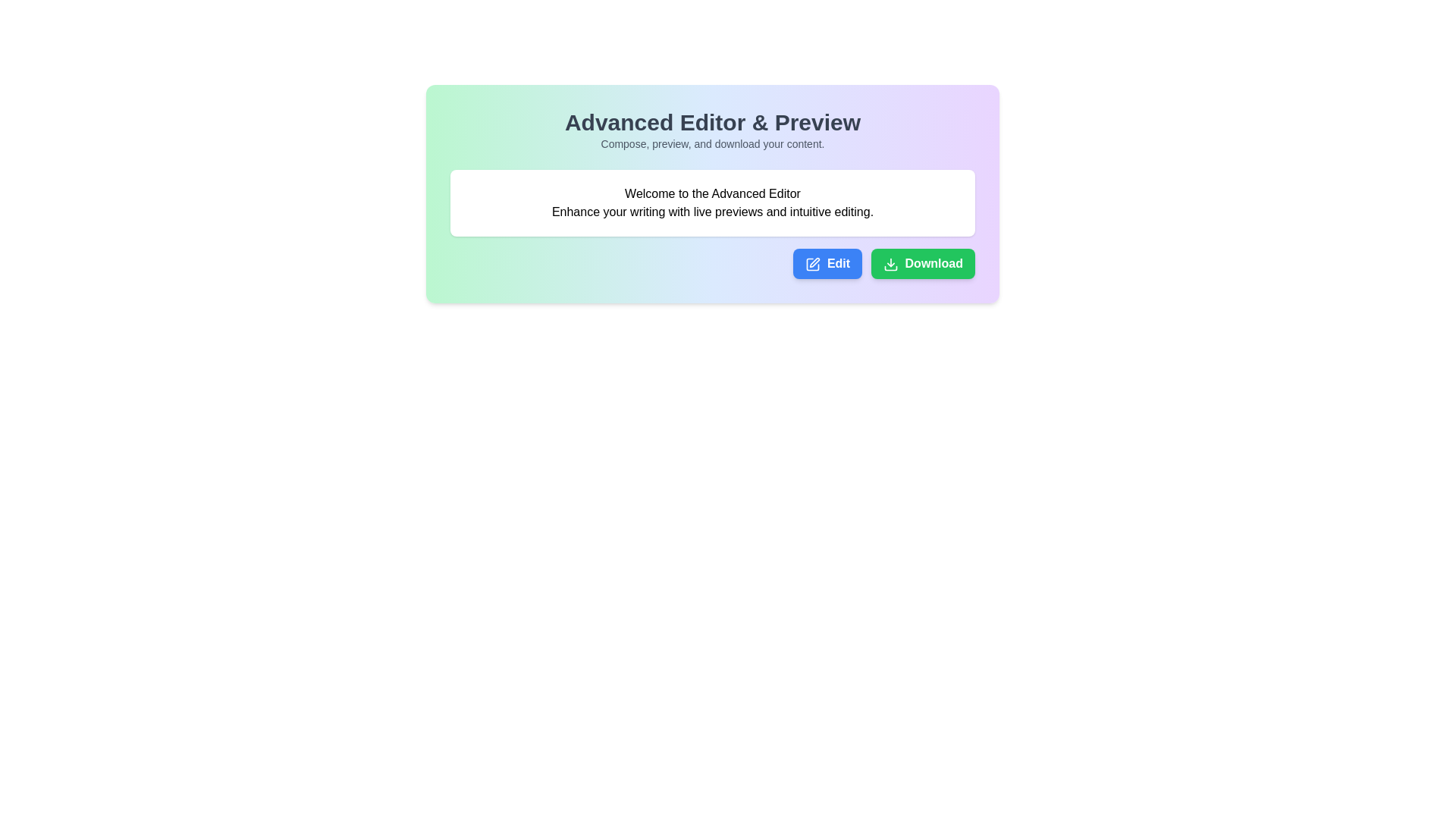 The height and width of the screenshot is (819, 1456). Describe the element at coordinates (712, 202) in the screenshot. I see `the Text Display element that provides introductory information about the Advanced Editor, located centrally below the title 'Advanced Editor & Preview'` at that location.